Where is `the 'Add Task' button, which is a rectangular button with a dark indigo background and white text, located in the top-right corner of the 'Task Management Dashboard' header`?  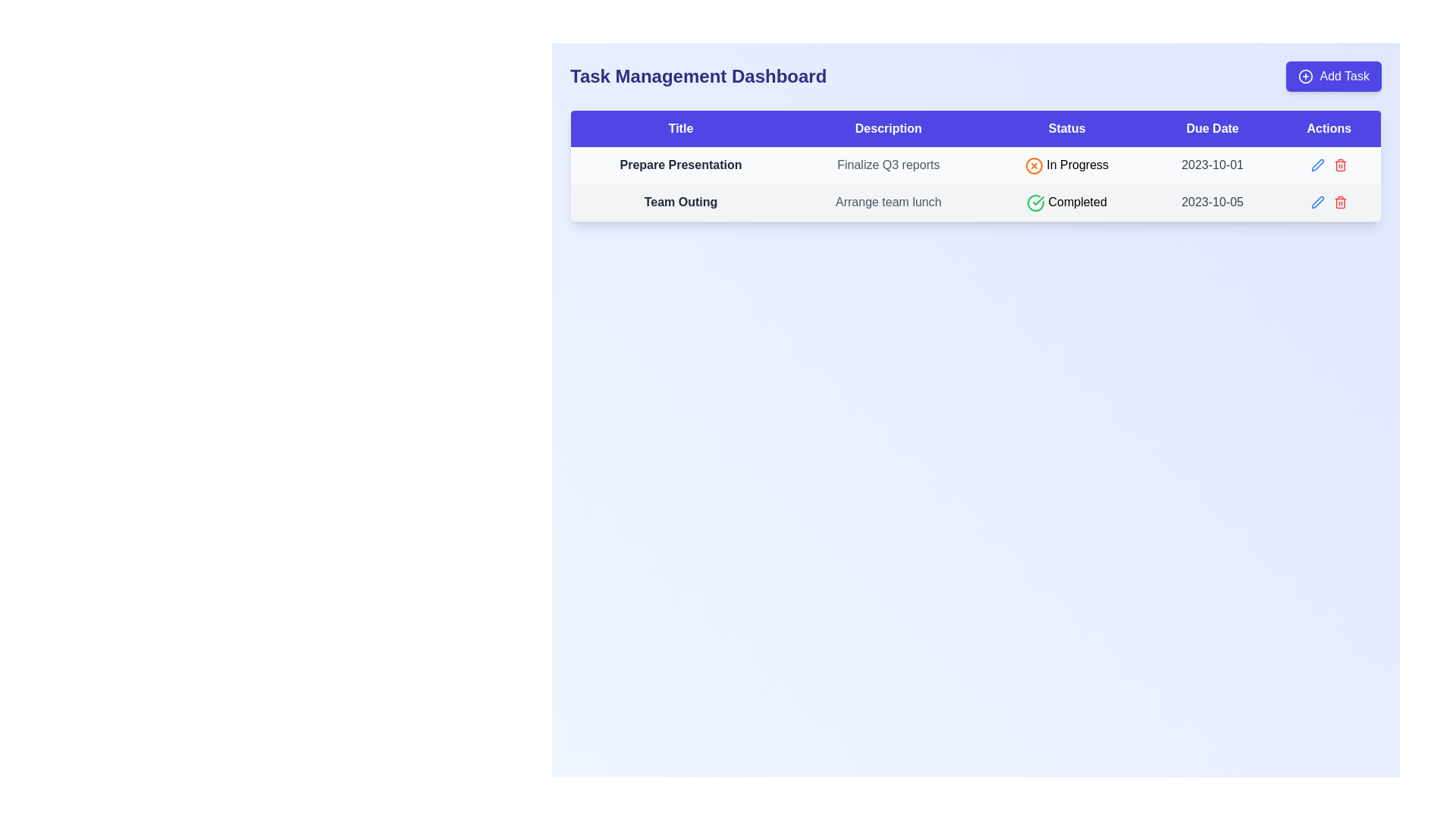 the 'Add Task' button, which is a rectangular button with a dark indigo background and white text, located in the top-right corner of the 'Task Management Dashboard' header is located at coordinates (1333, 76).